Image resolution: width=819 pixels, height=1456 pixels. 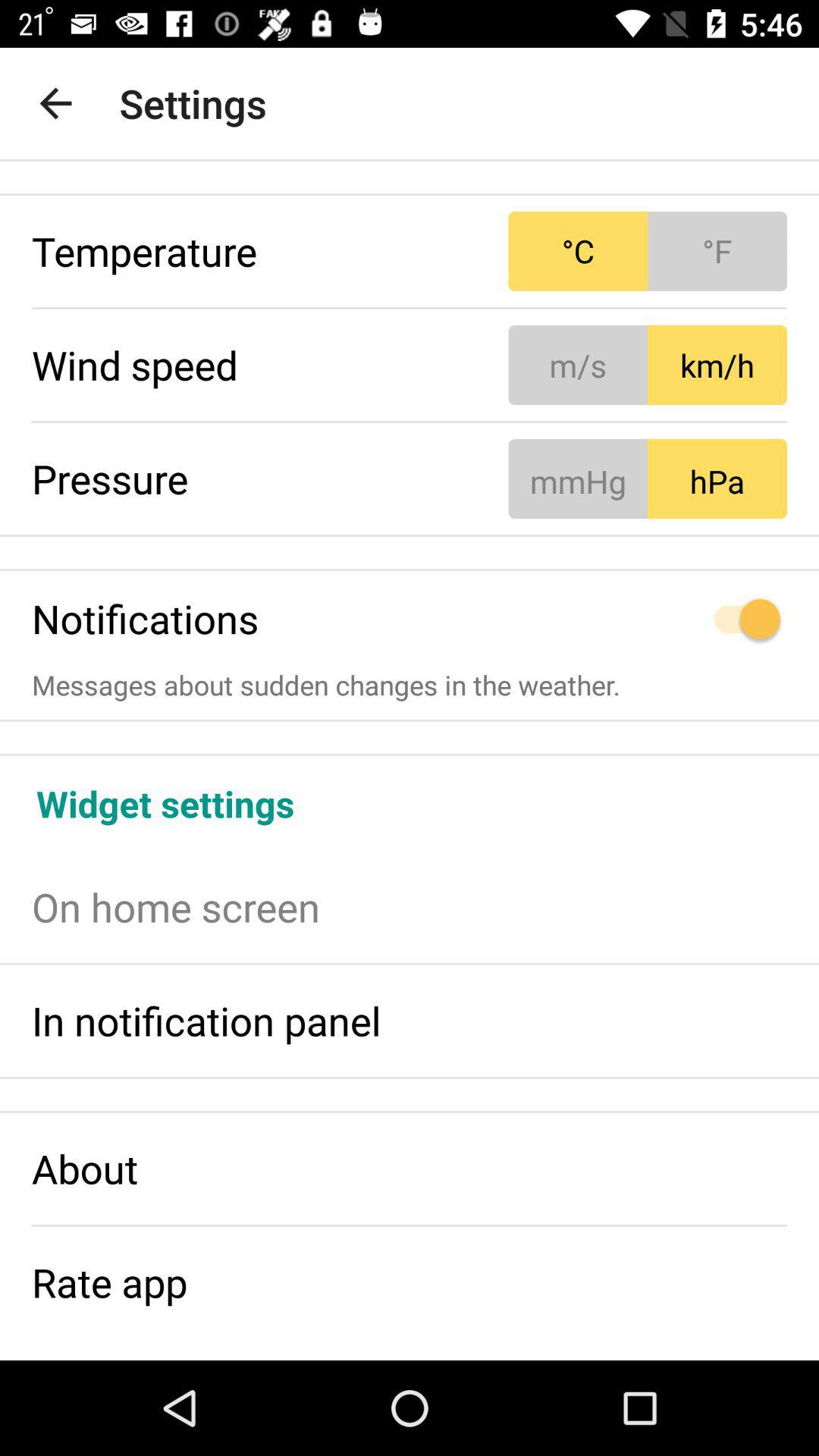 I want to click on item to the left of settings item, so click(x=55, y=102).